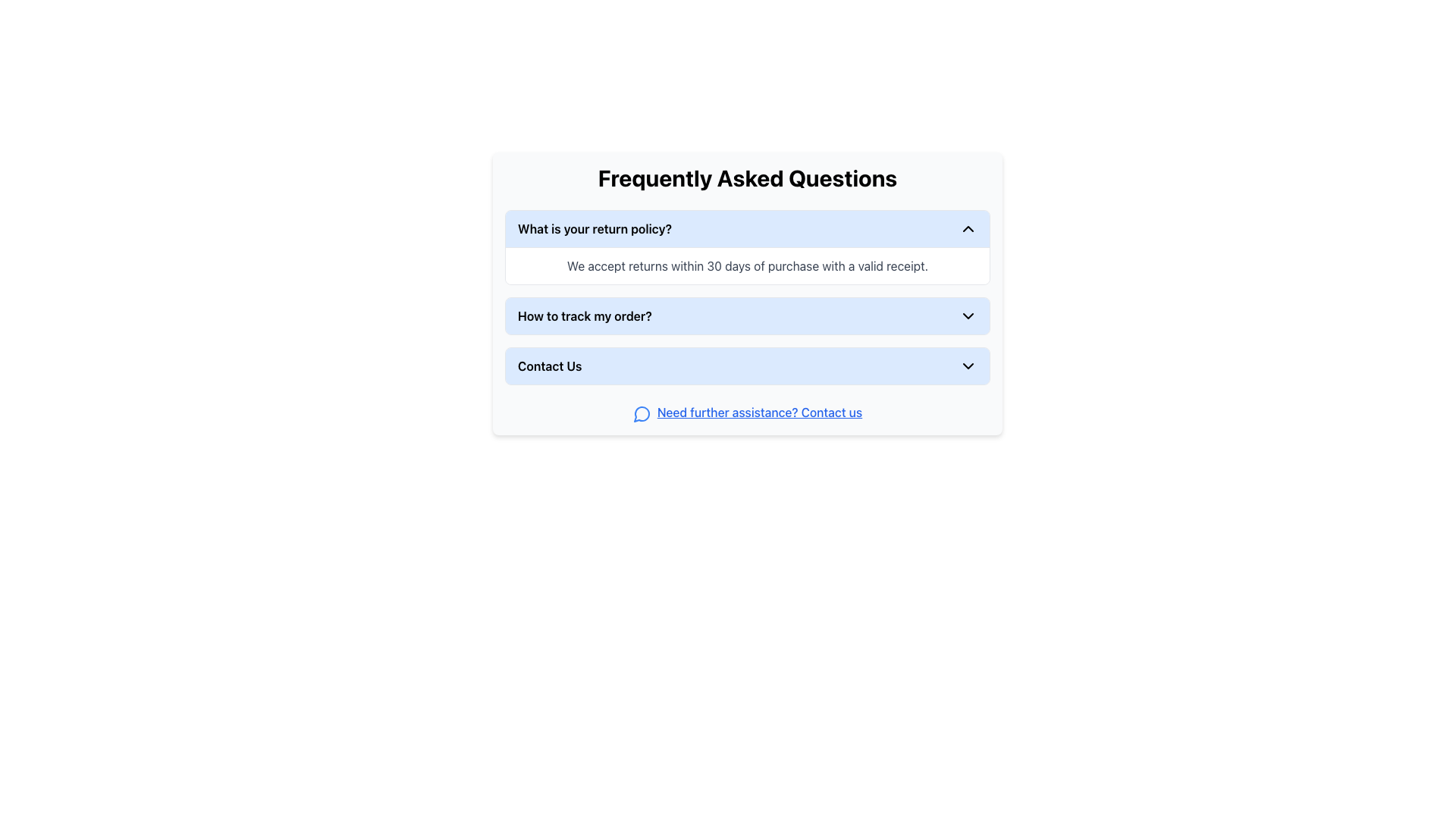  Describe the element at coordinates (584, 315) in the screenshot. I see `the text label displaying 'How to track my order?'` at that location.